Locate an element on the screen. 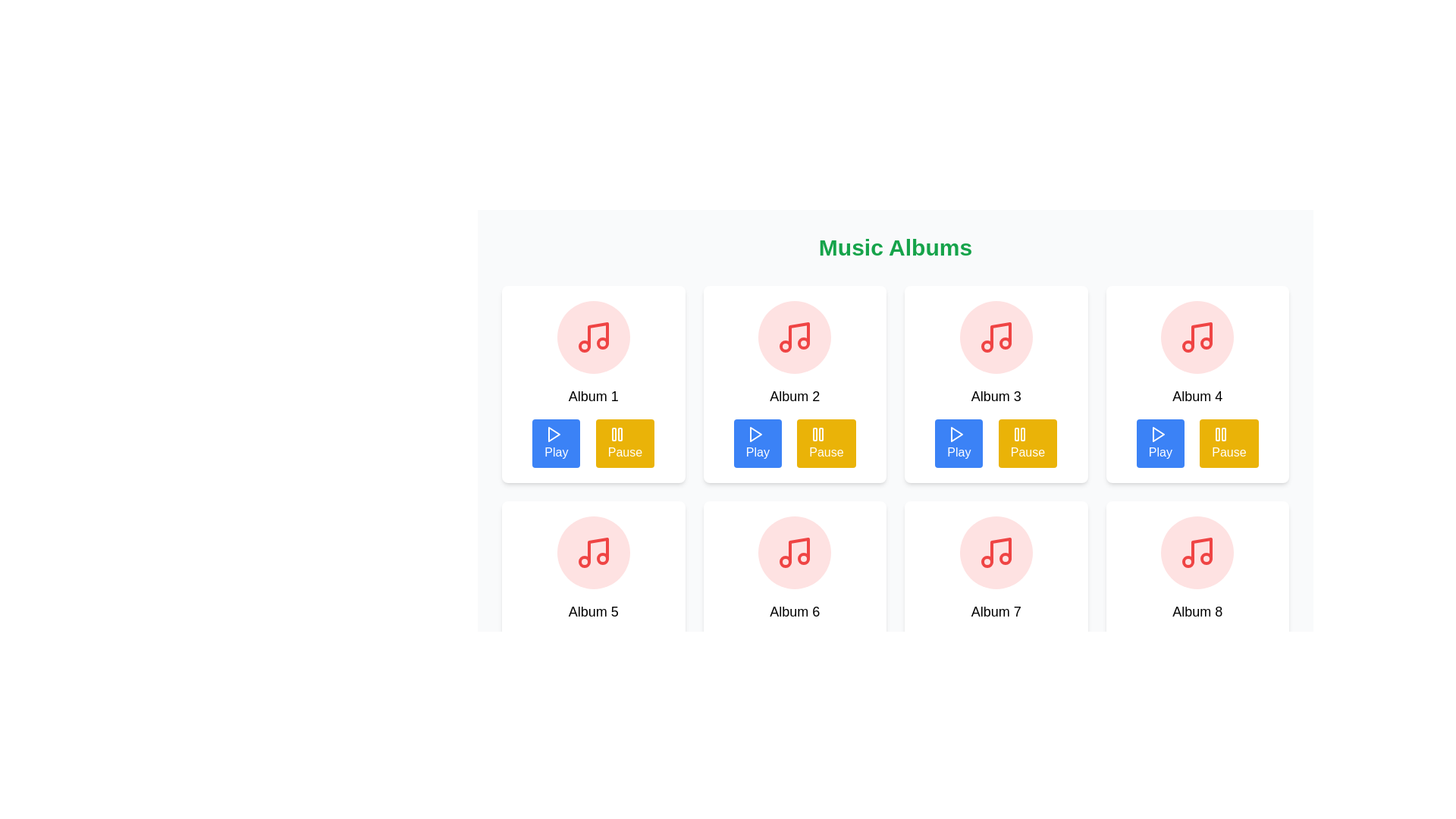 The height and width of the screenshot is (819, 1456). the interactive album card representing 'Album 1' located in the top-left corner of the grid layout is located at coordinates (592, 383).